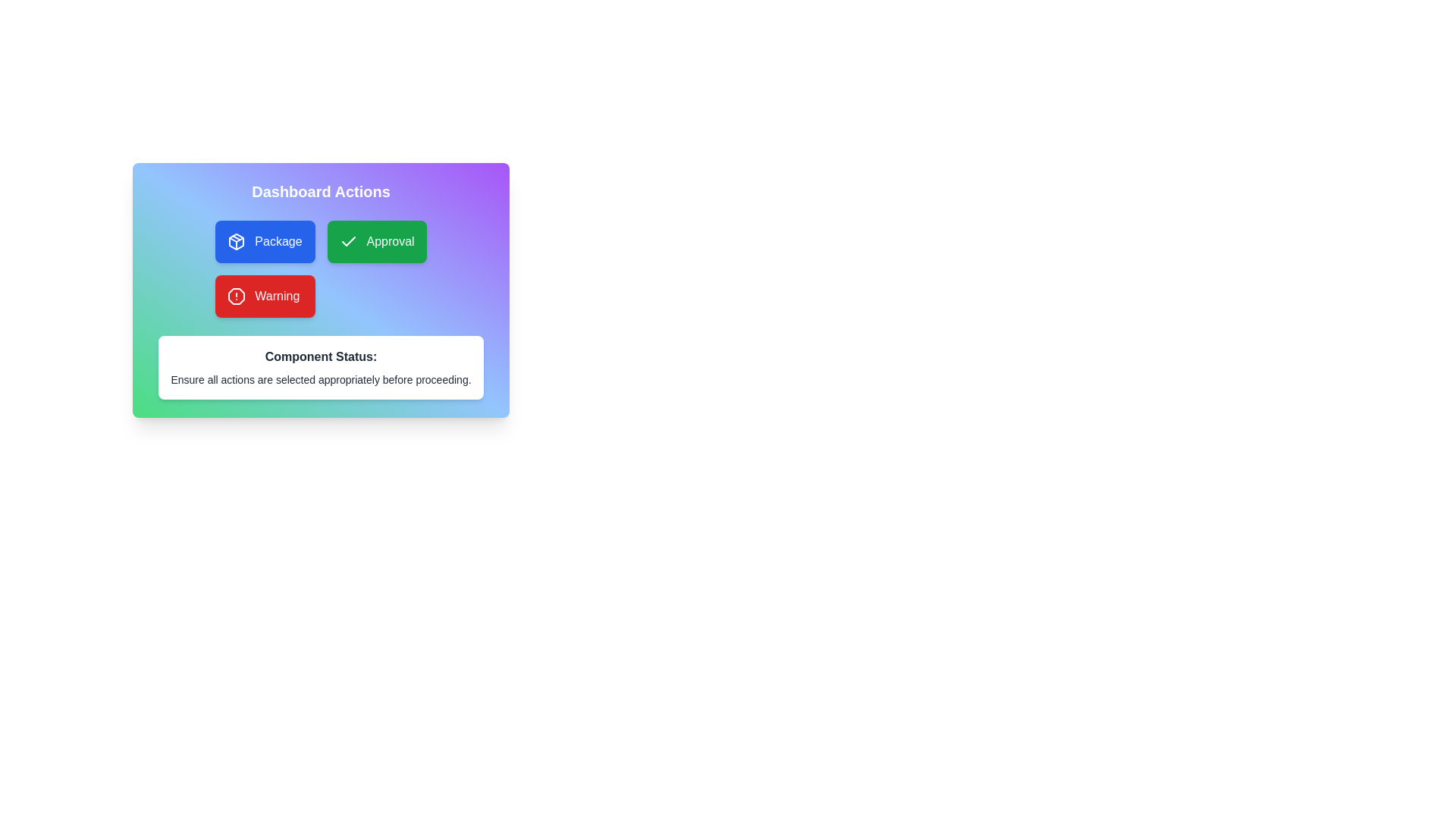 This screenshot has width=1456, height=819. What do you see at coordinates (377, 241) in the screenshot?
I see `the 'Approval' button located in the grid layout, which is the second button in the top row` at bounding box center [377, 241].